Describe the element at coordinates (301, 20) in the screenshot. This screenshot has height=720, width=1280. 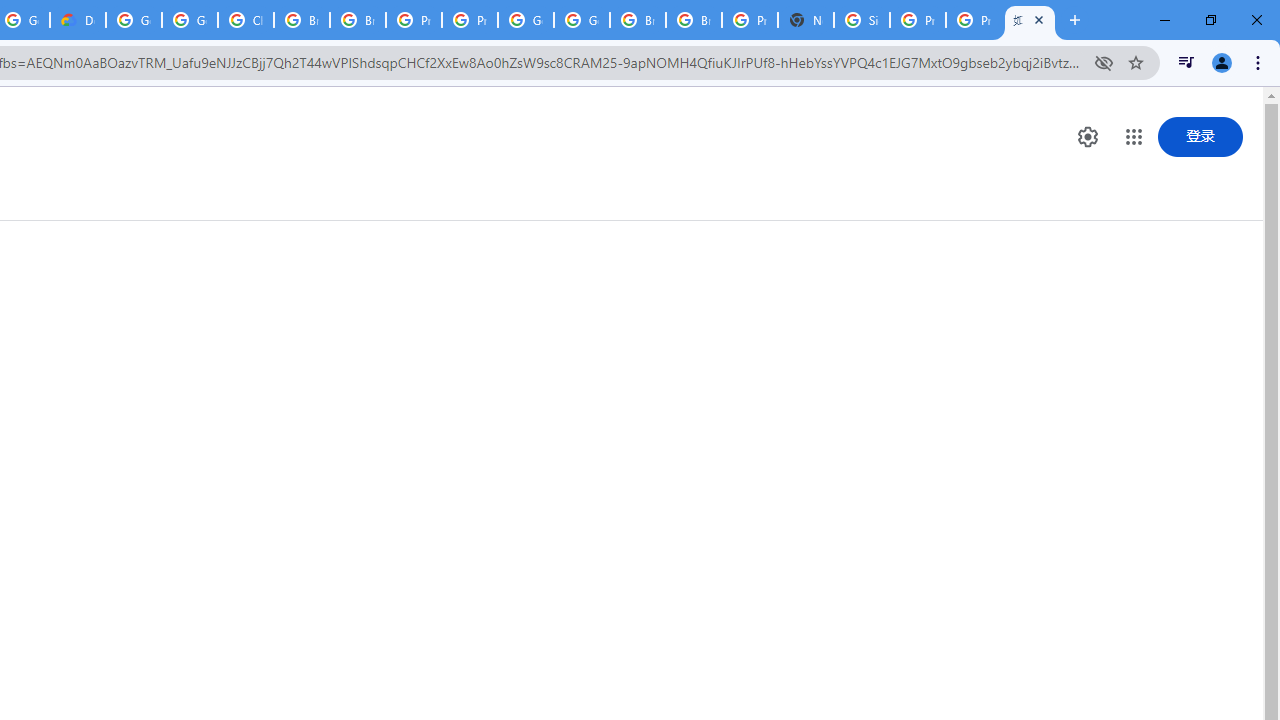
I see `'Browse Chrome as a guest - Computer - Google Chrome Help'` at that location.